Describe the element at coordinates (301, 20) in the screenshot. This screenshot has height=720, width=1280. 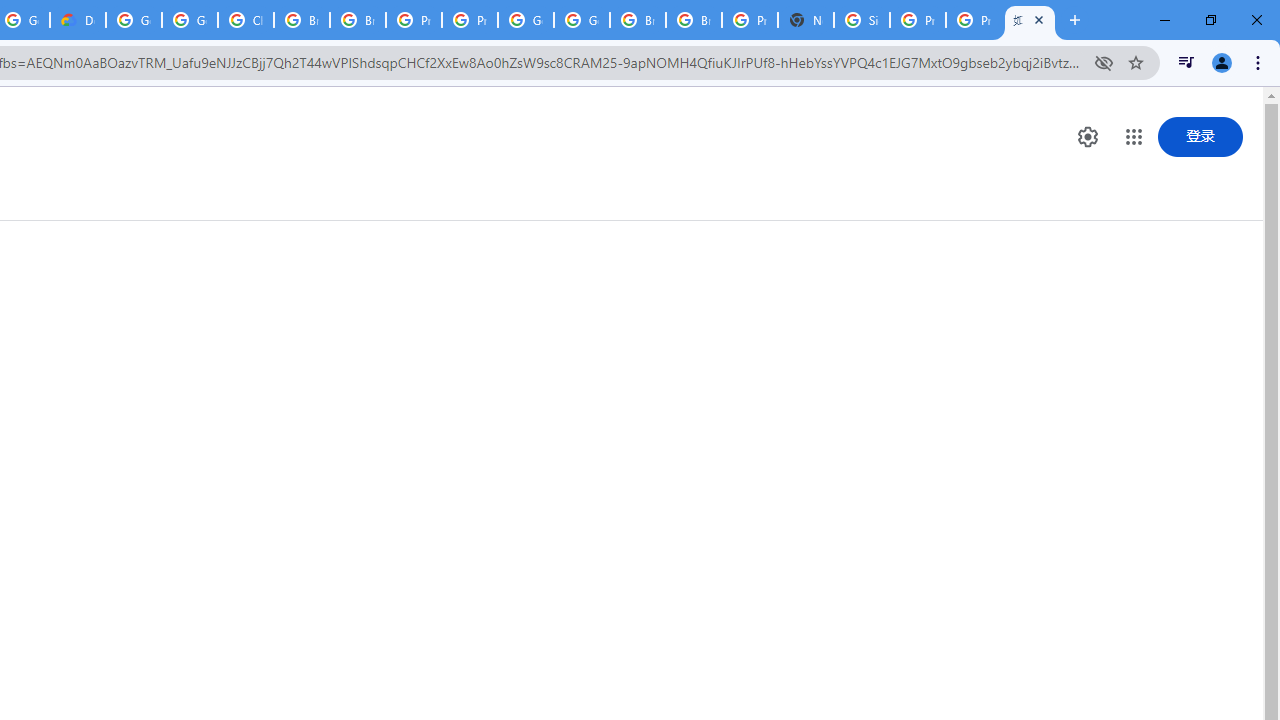
I see `'Browse Chrome as a guest - Computer - Google Chrome Help'` at that location.